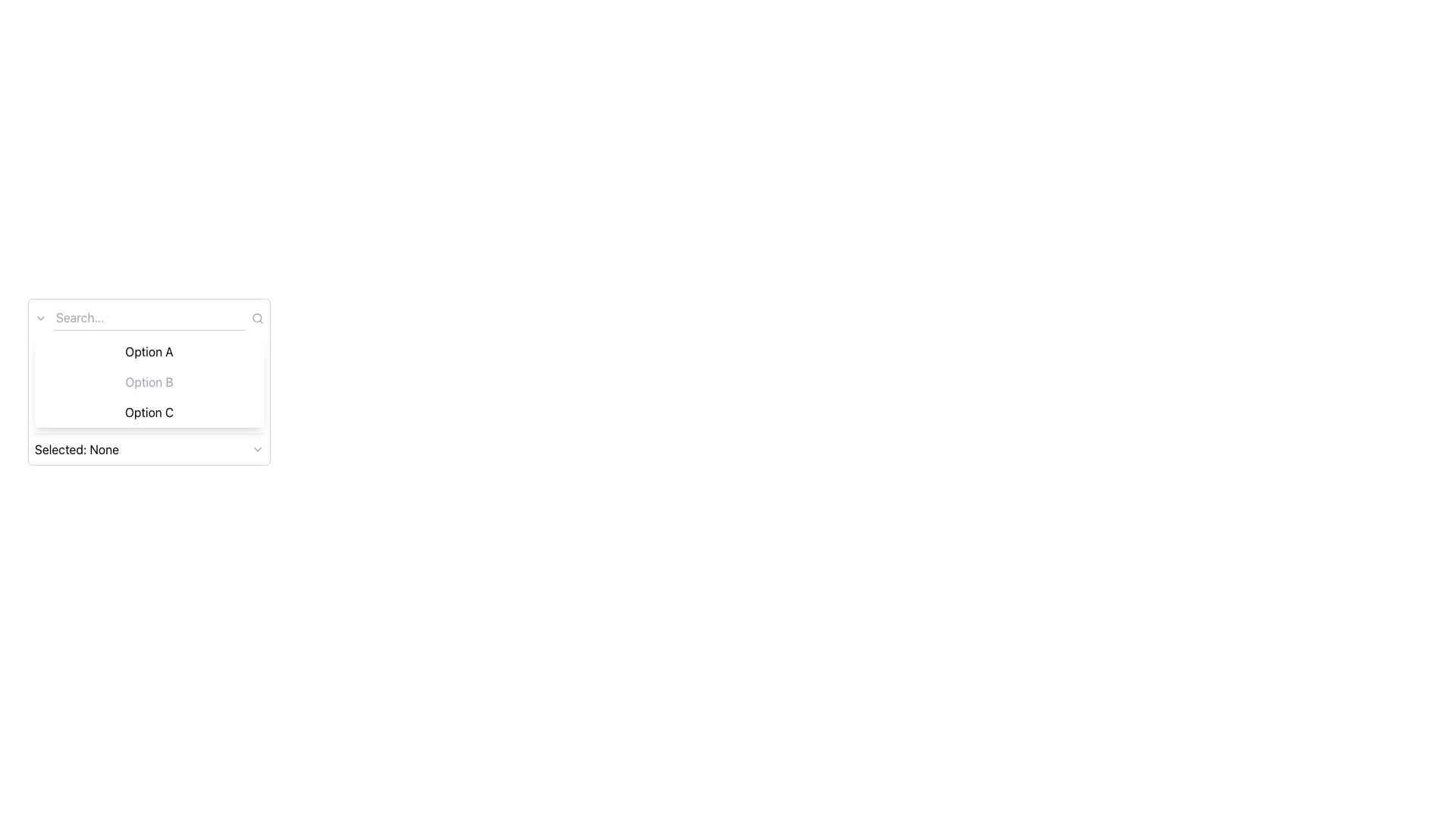 This screenshot has width=1456, height=819. Describe the element at coordinates (258, 317) in the screenshot. I see `the magnifying glass icon located at the rightmost side of the horizontal group of elements` at that location.